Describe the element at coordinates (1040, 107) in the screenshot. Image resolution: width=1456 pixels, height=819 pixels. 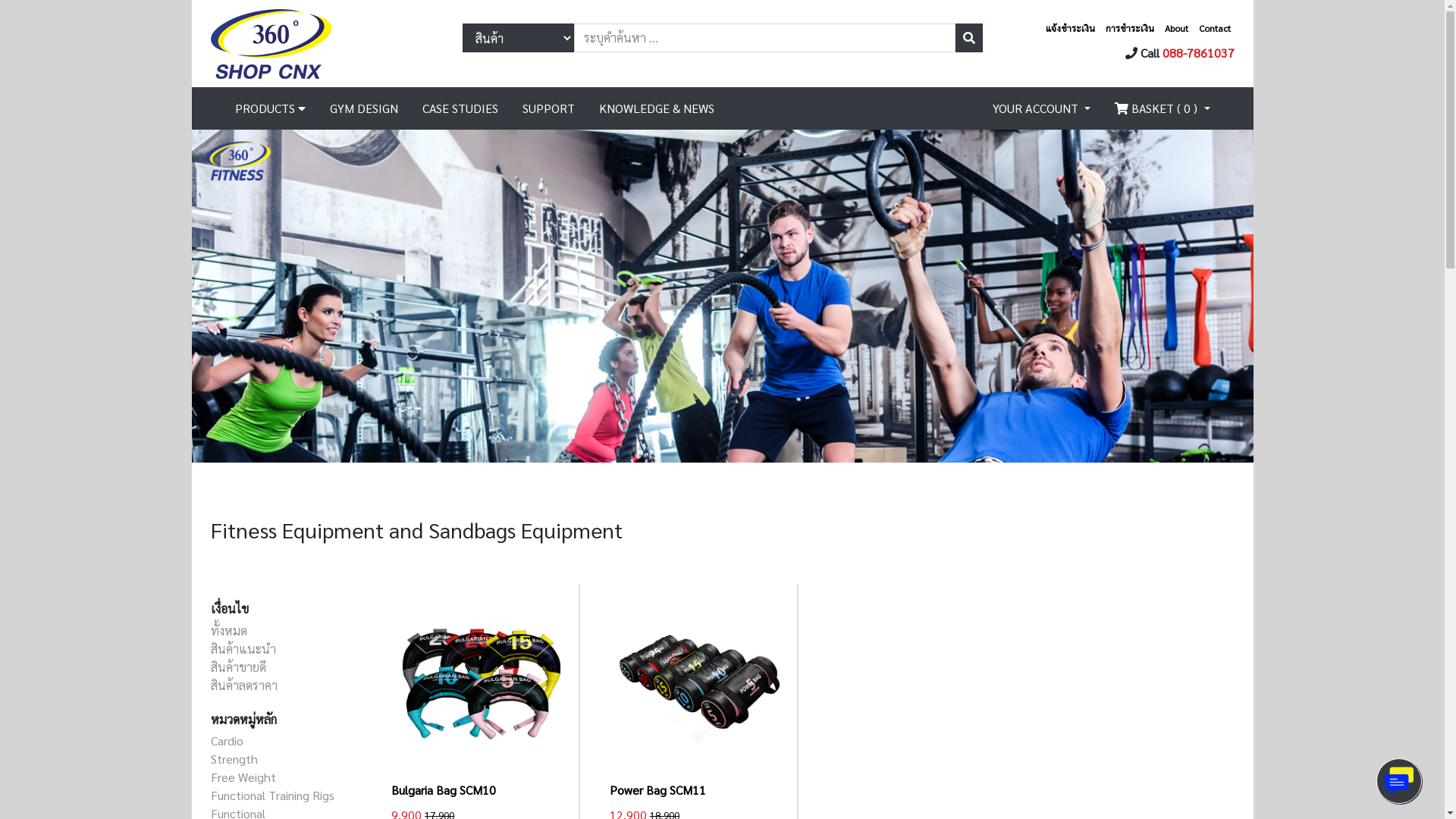
I see `'YOUR ACCOUNT'` at that location.